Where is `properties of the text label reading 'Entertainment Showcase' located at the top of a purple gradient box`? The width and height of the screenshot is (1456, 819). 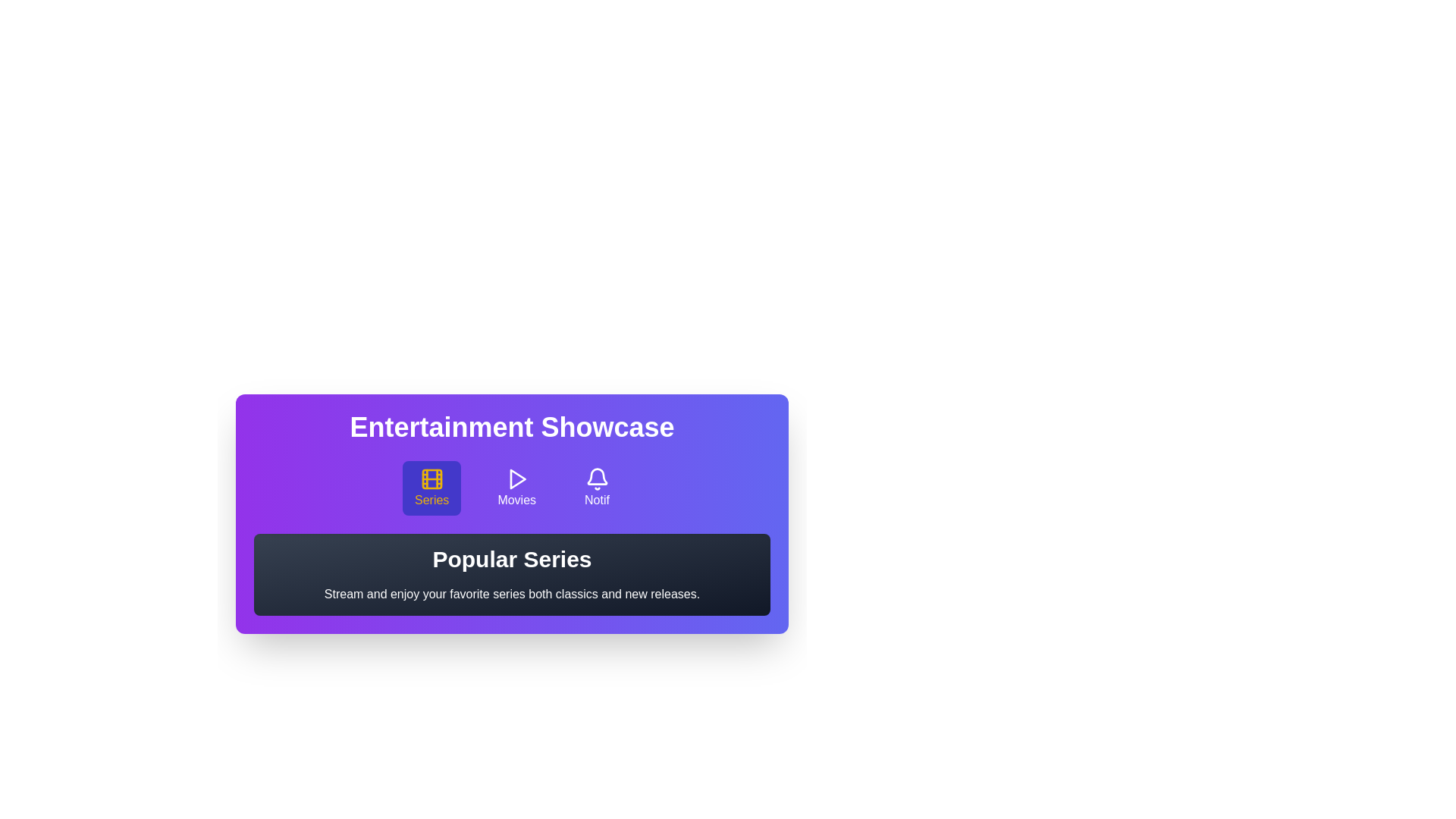 properties of the text label reading 'Entertainment Showcase' located at the top of a purple gradient box is located at coordinates (512, 427).